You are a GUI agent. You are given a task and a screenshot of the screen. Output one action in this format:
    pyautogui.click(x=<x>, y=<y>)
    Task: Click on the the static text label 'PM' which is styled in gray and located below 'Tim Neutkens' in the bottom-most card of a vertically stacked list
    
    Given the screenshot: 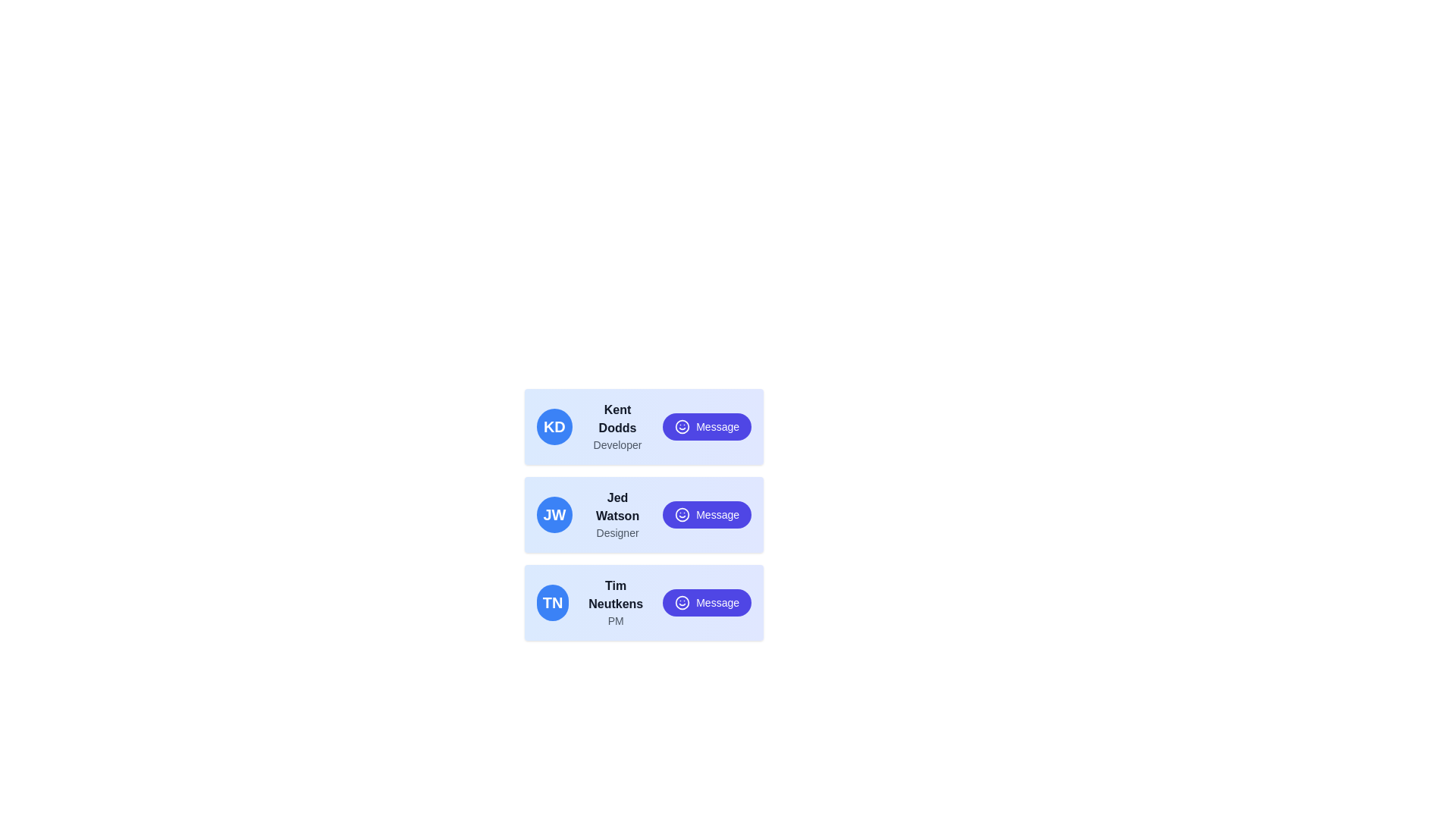 What is the action you would take?
    pyautogui.click(x=616, y=620)
    